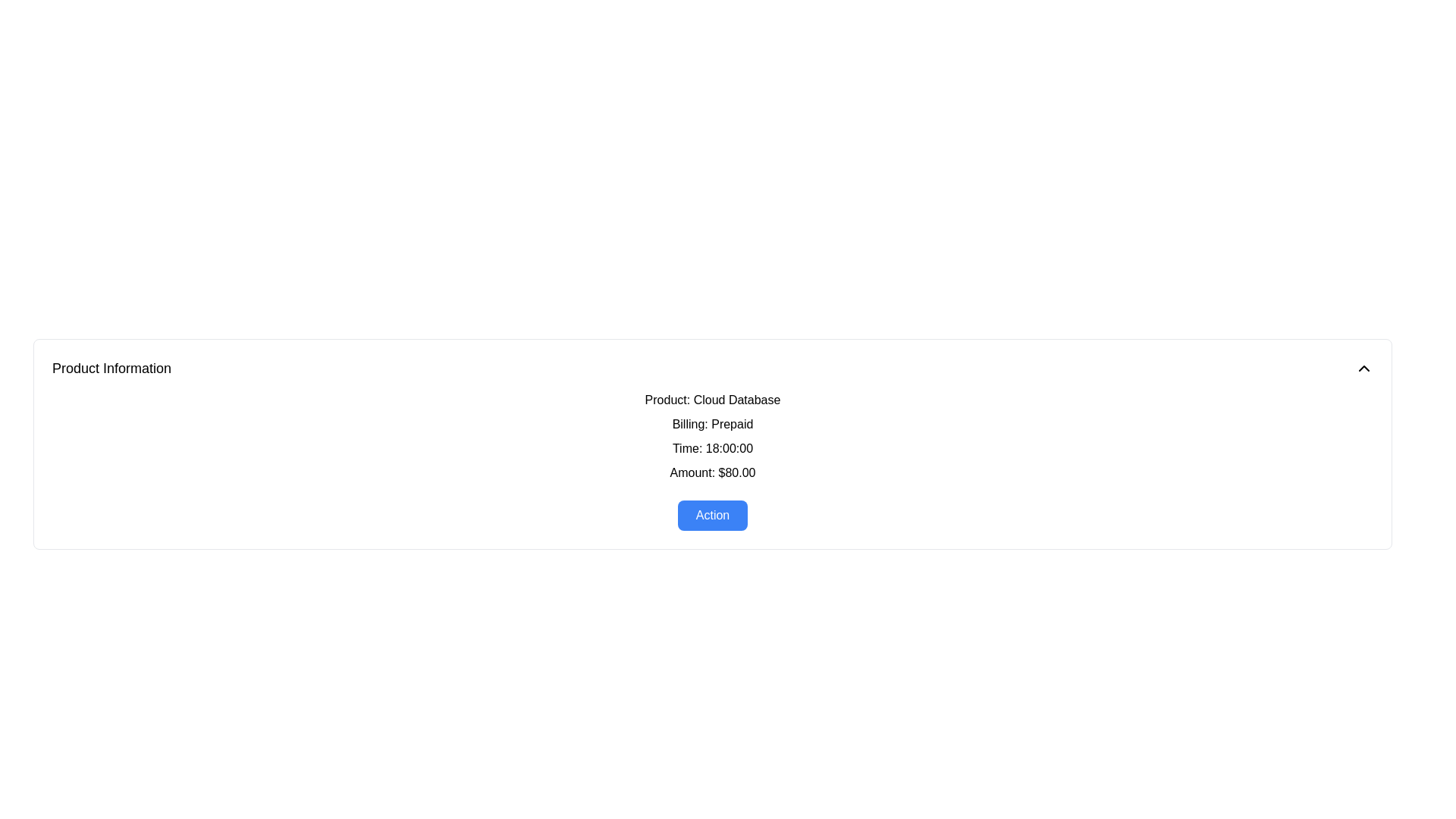 Image resolution: width=1456 pixels, height=819 pixels. Describe the element at coordinates (667, 399) in the screenshot. I see `the text label displaying 'Product:' which is styled in medium-weight bold font and is positioned to the left of the 'Cloud Database' text` at that location.